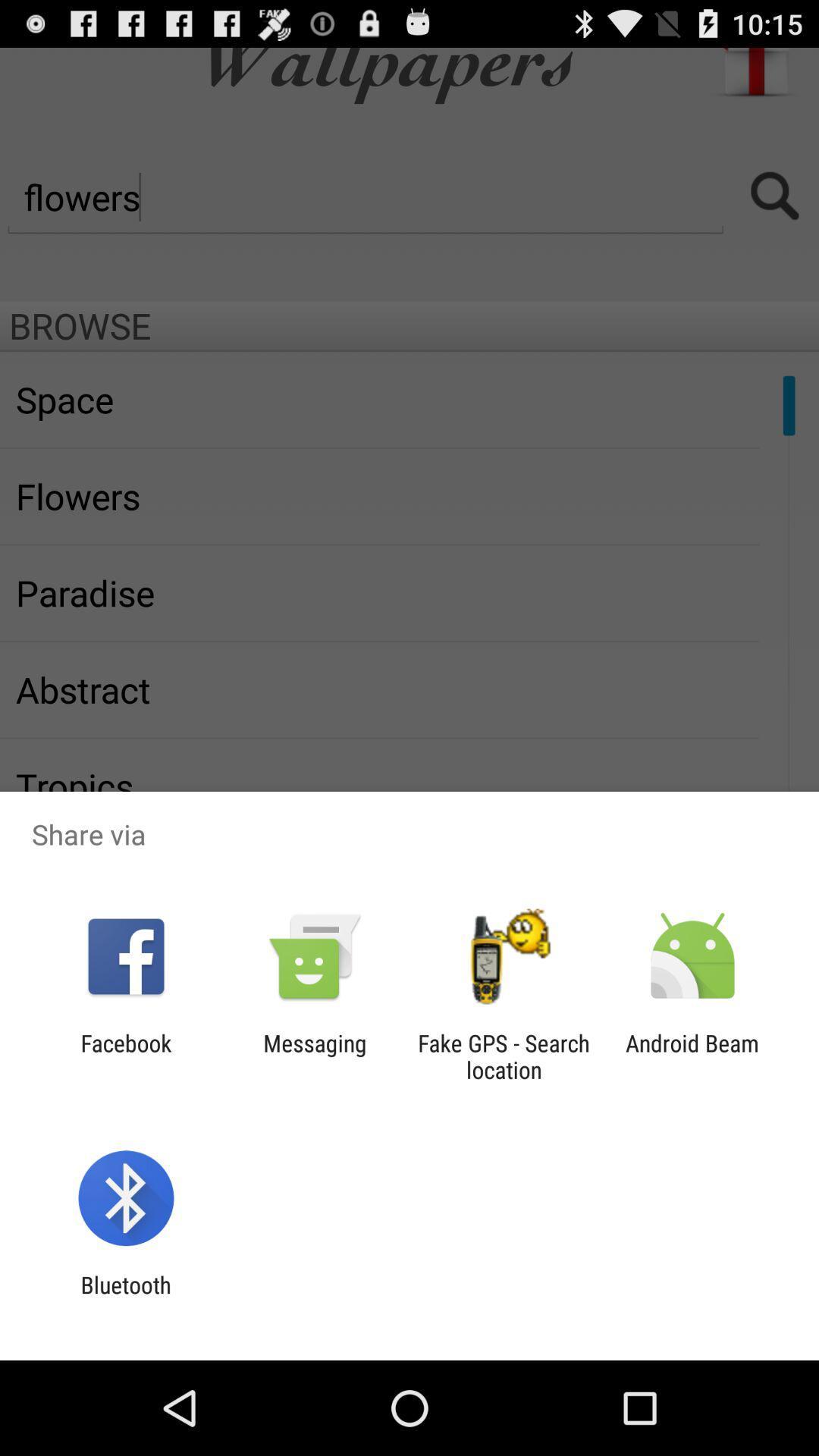  I want to click on app to the left of the fake gps search, so click(314, 1056).